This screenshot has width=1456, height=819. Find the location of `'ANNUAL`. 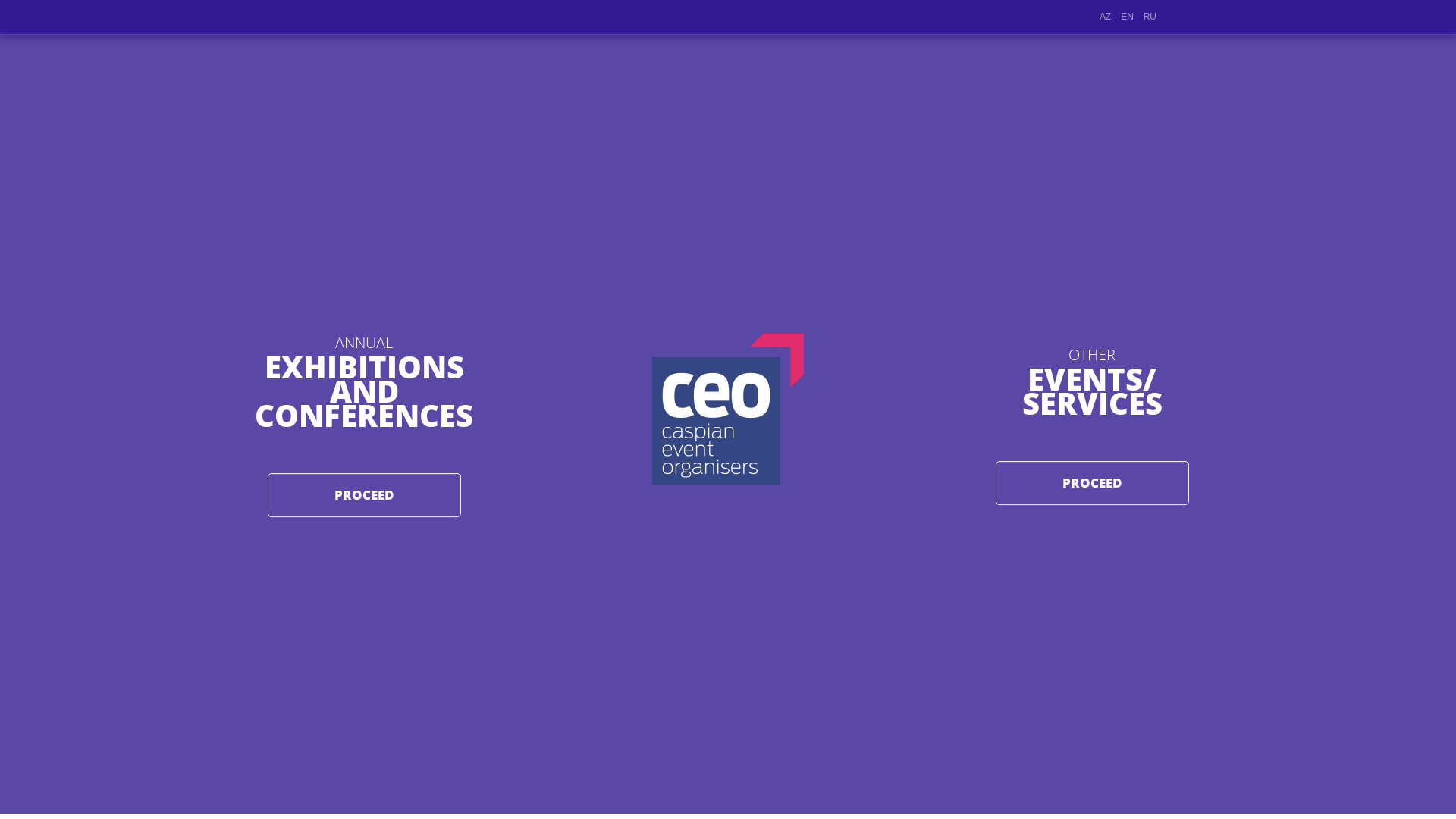

'ANNUAL is located at coordinates (364, 424).